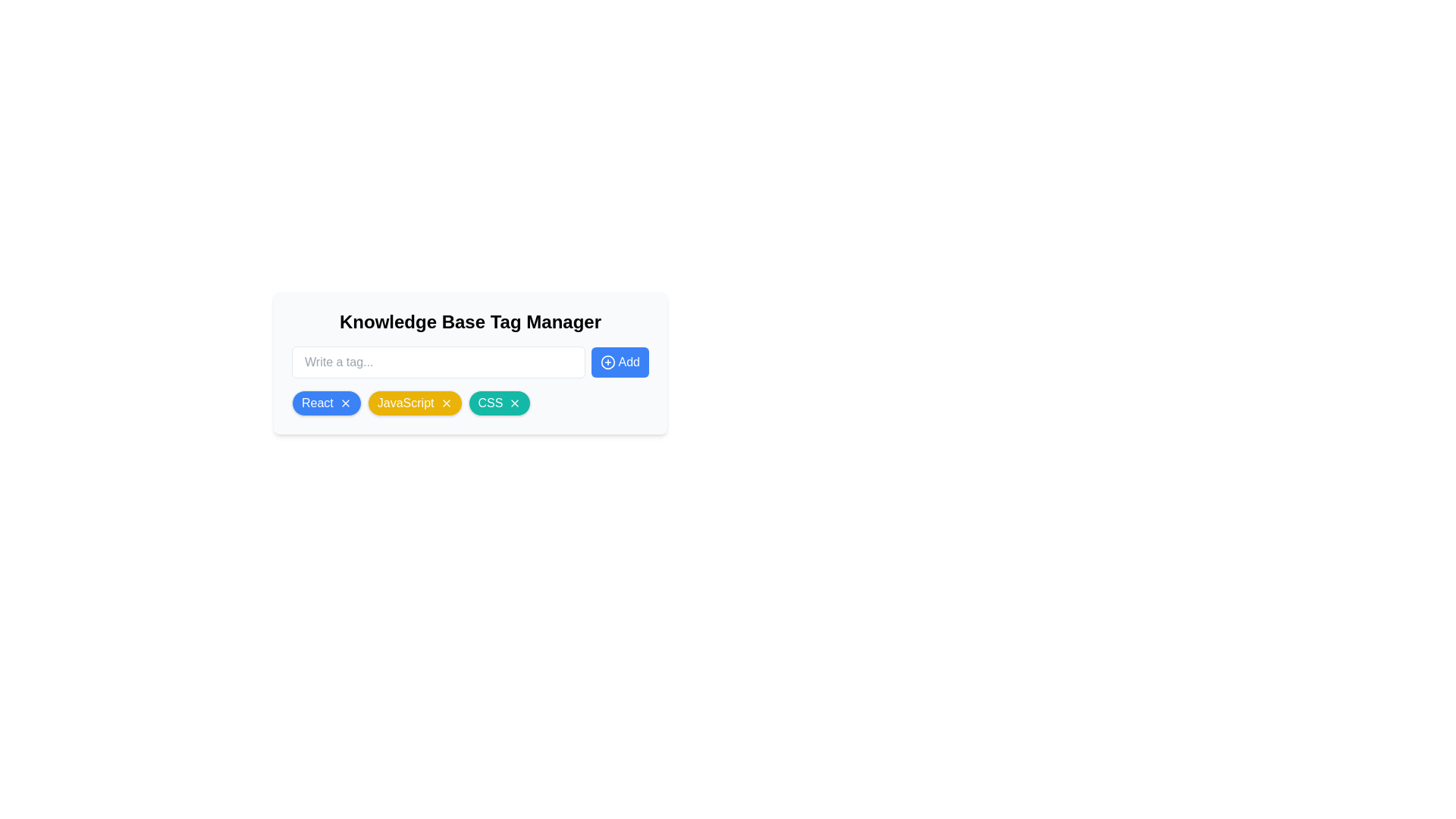 This screenshot has width=1456, height=819. I want to click on the button in the top-right corner of the blue-colored 'React' tag, so click(344, 403).